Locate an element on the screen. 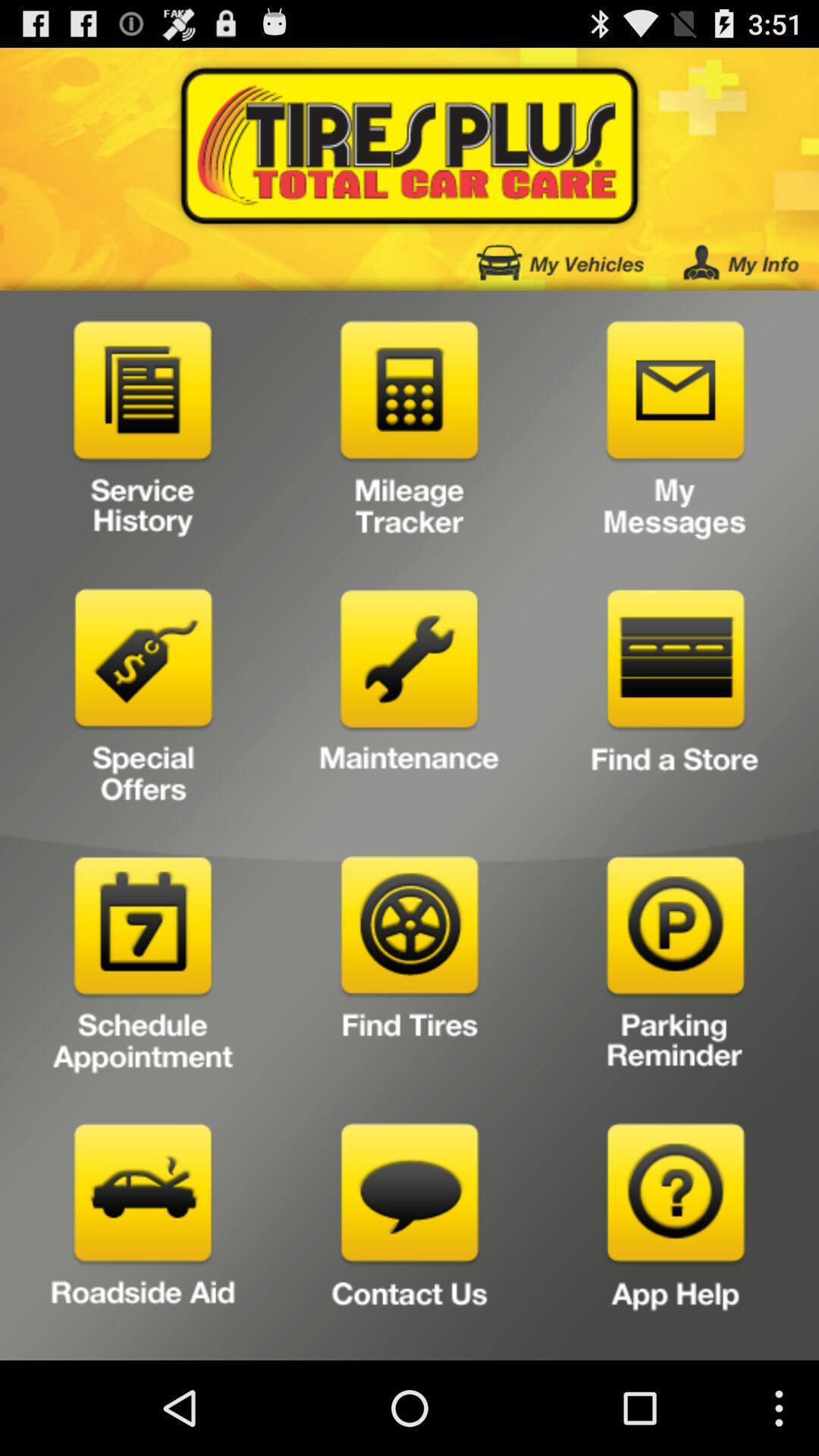 The image size is (819, 1456). mileage tracker option is located at coordinates (409, 433).